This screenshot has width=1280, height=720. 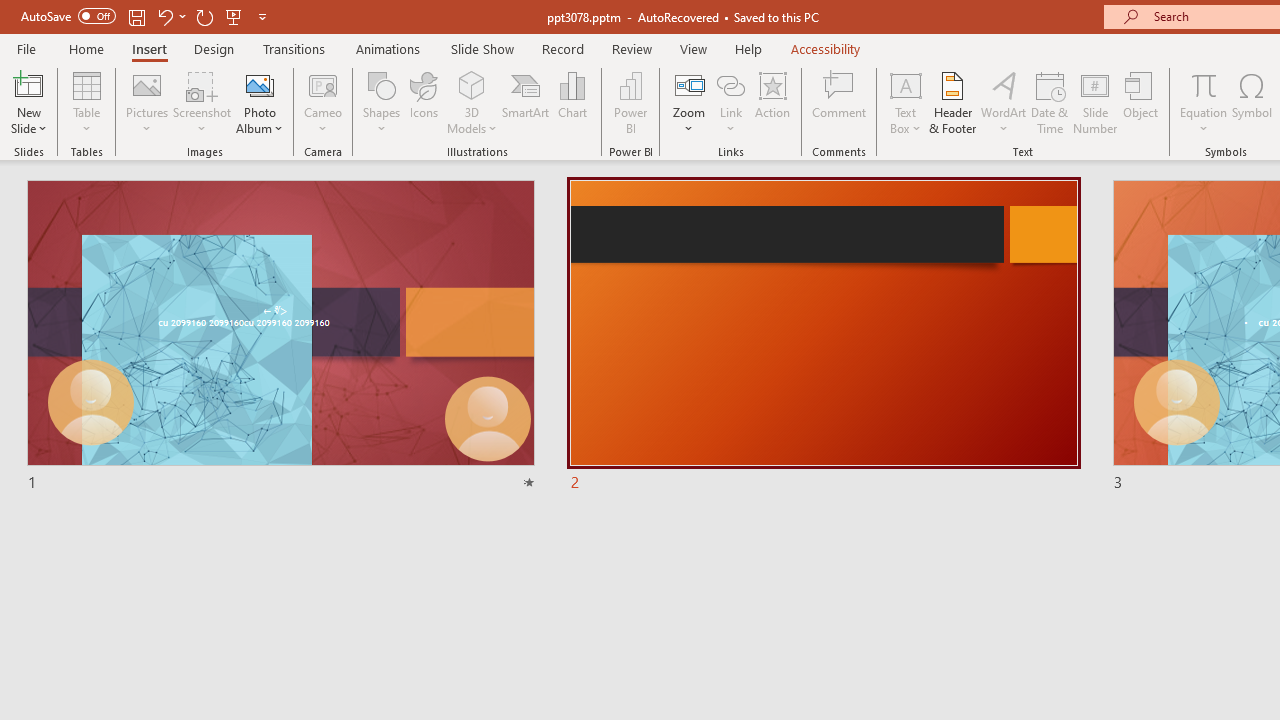 I want to click on 'Date & Time...', so click(x=1049, y=103).